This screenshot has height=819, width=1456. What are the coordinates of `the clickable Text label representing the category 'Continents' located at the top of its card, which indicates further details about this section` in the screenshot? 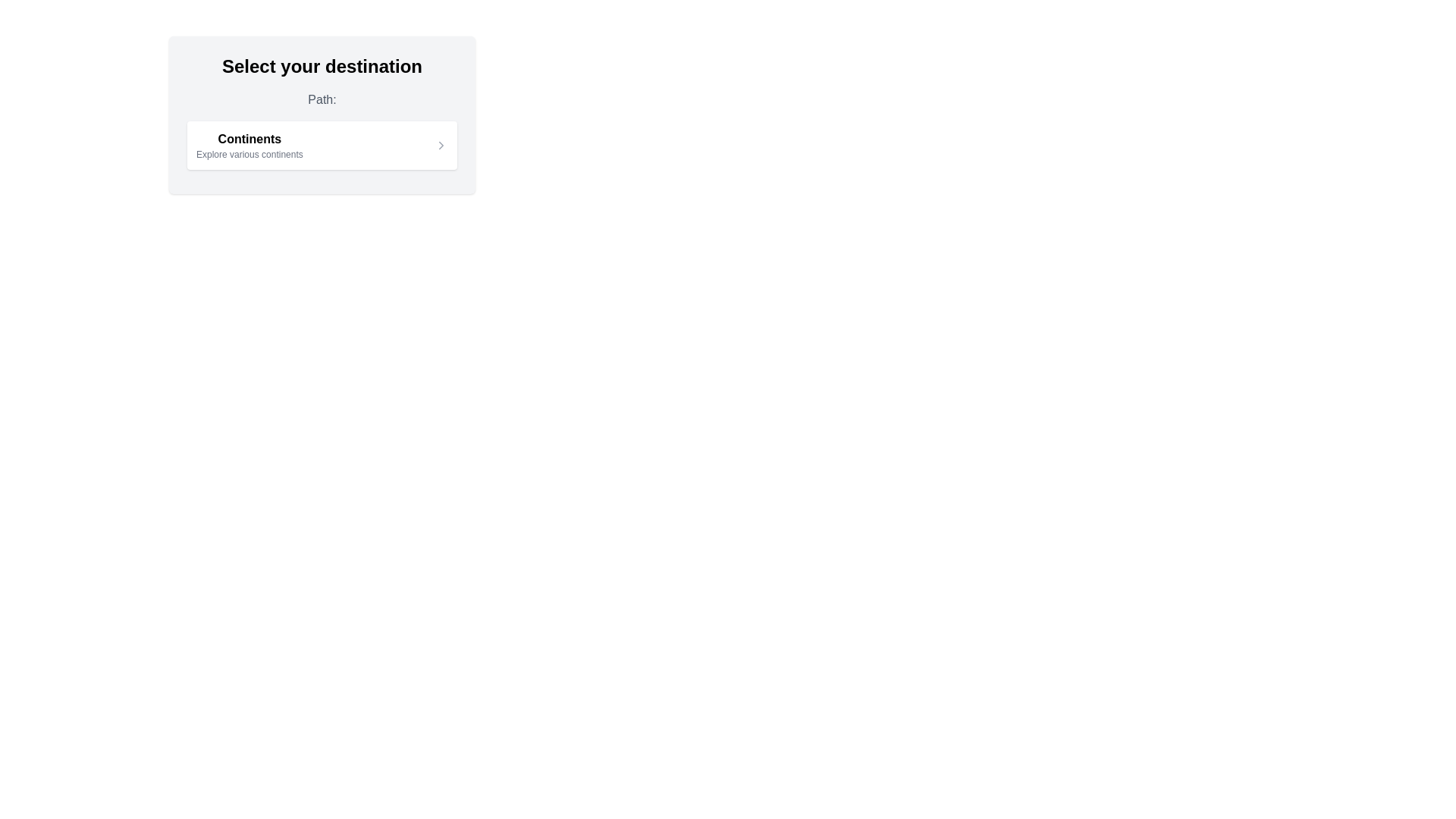 It's located at (249, 140).